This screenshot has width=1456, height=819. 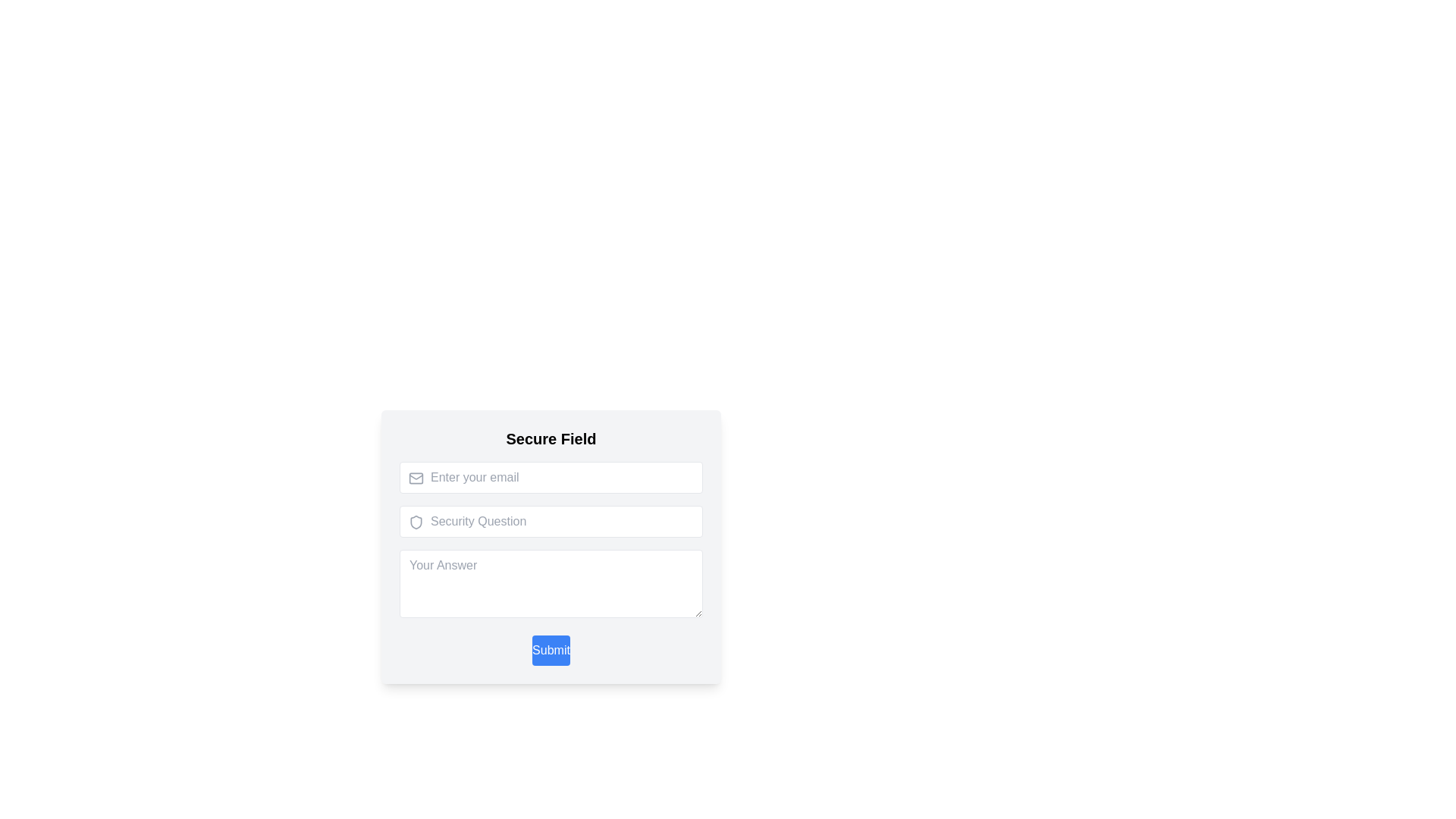 I want to click on the second input field for answering a security question, so click(x=550, y=520).